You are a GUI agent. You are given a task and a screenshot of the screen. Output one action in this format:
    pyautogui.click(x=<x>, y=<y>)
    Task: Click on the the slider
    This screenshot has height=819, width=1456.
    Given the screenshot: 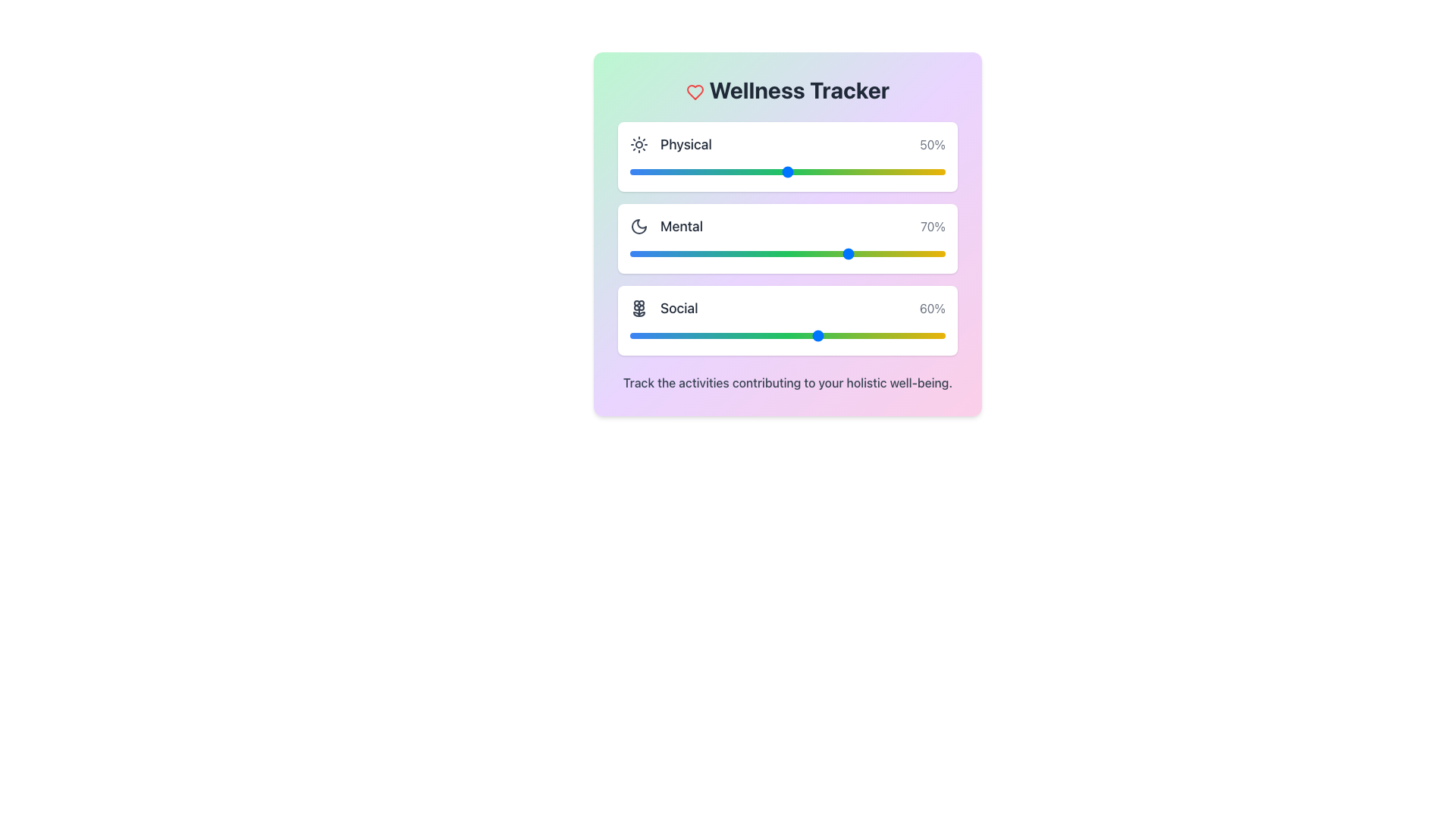 What is the action you would take?
    pyautogui.click(x=851, y=253)
    